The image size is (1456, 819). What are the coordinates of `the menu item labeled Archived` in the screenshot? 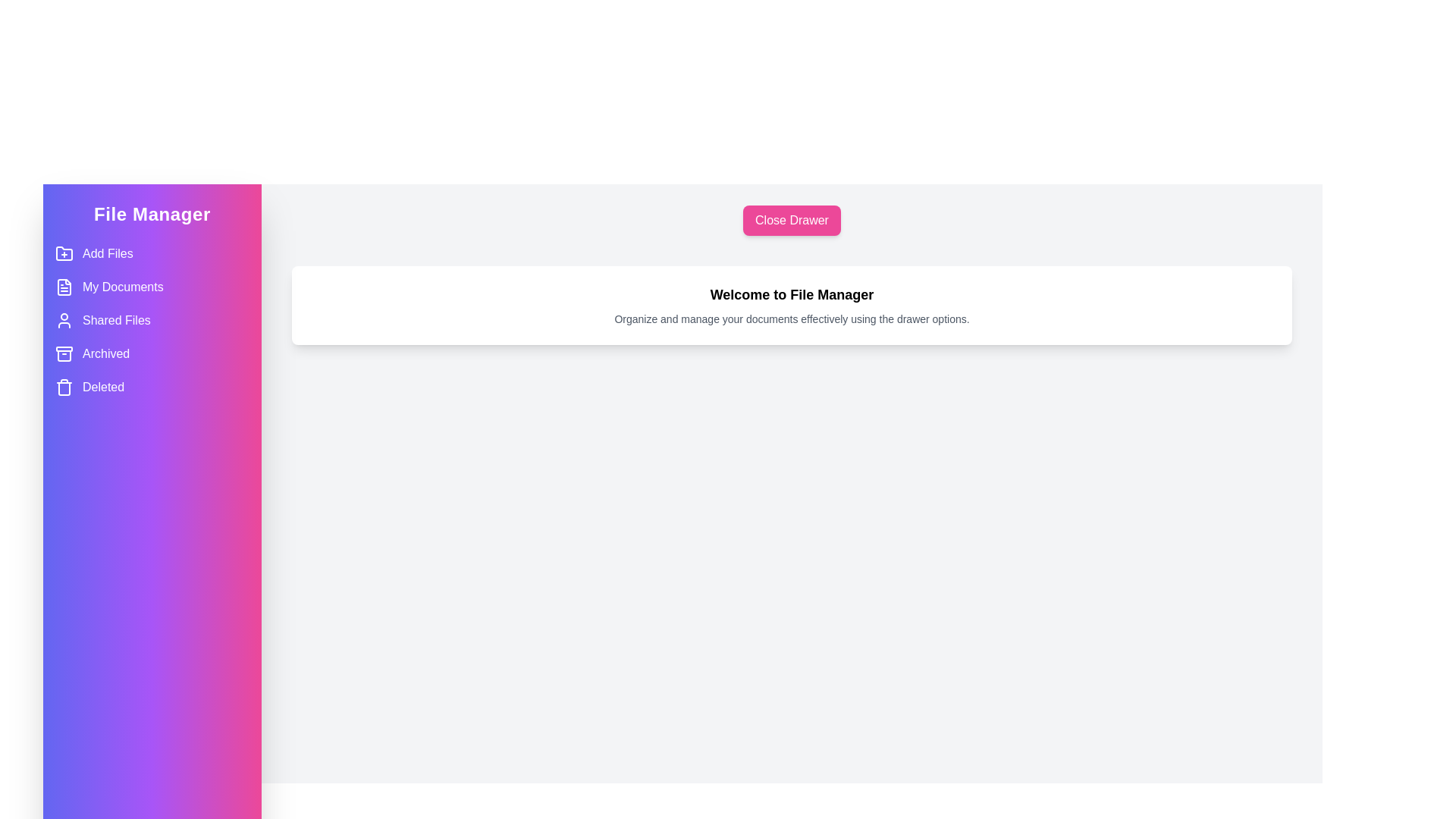 It's located at (152, 353).